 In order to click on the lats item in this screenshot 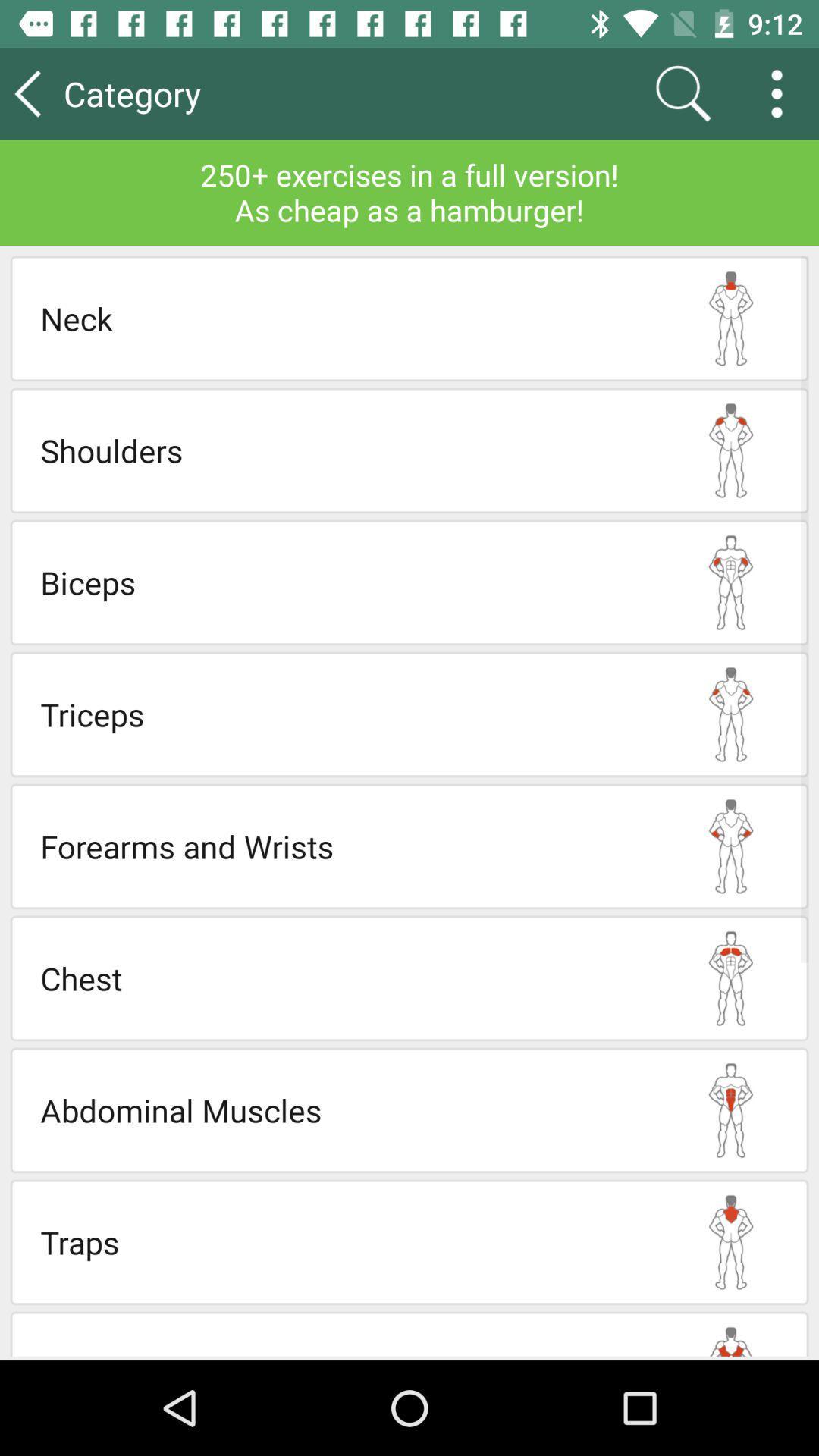, I will do `click(347, 1349)`.